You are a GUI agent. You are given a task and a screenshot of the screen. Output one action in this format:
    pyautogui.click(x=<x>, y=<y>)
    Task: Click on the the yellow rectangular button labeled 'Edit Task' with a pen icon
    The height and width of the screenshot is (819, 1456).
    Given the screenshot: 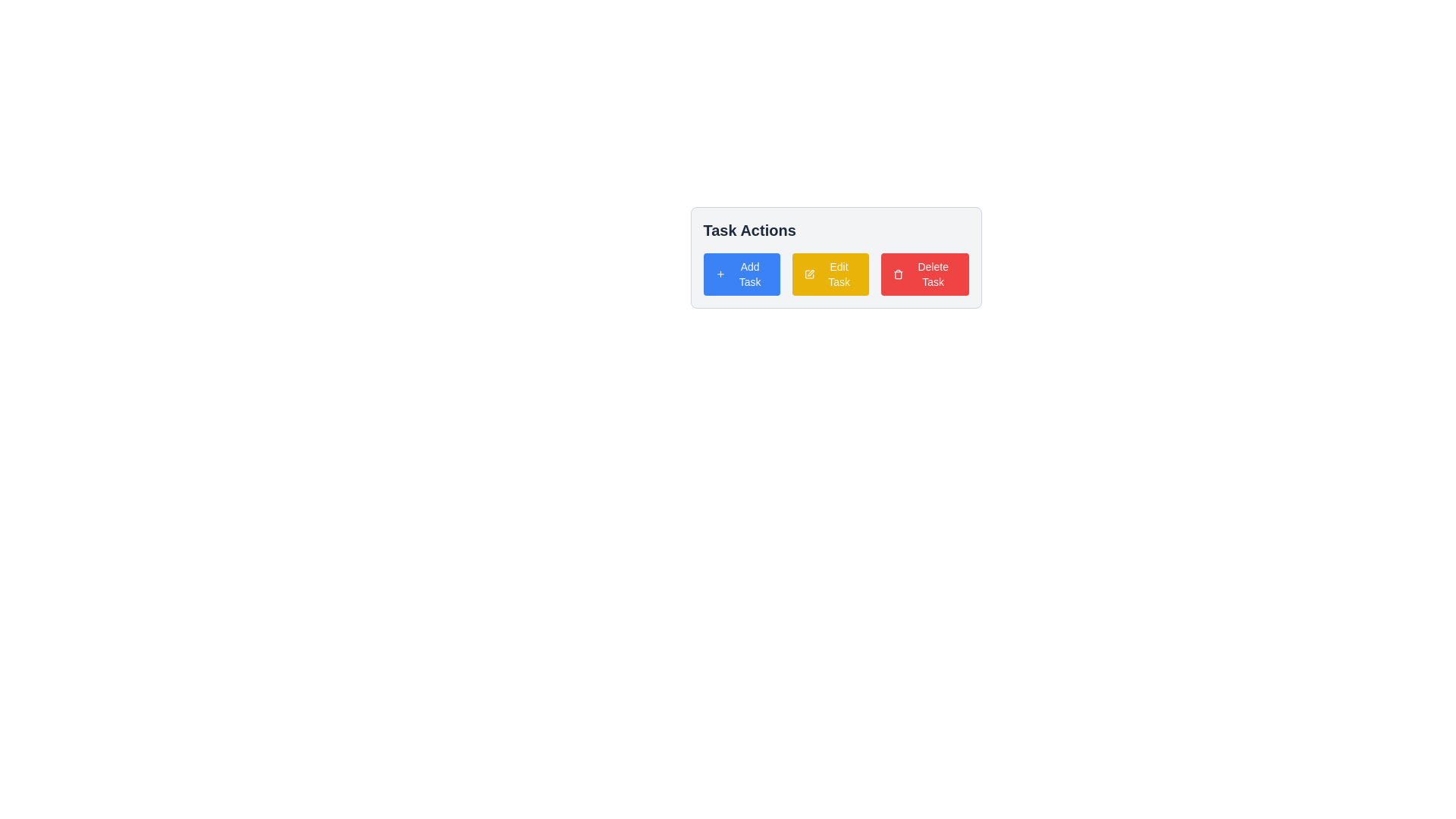 What is the action you would take?
    pyautogui.click(x=835, y=275)
    